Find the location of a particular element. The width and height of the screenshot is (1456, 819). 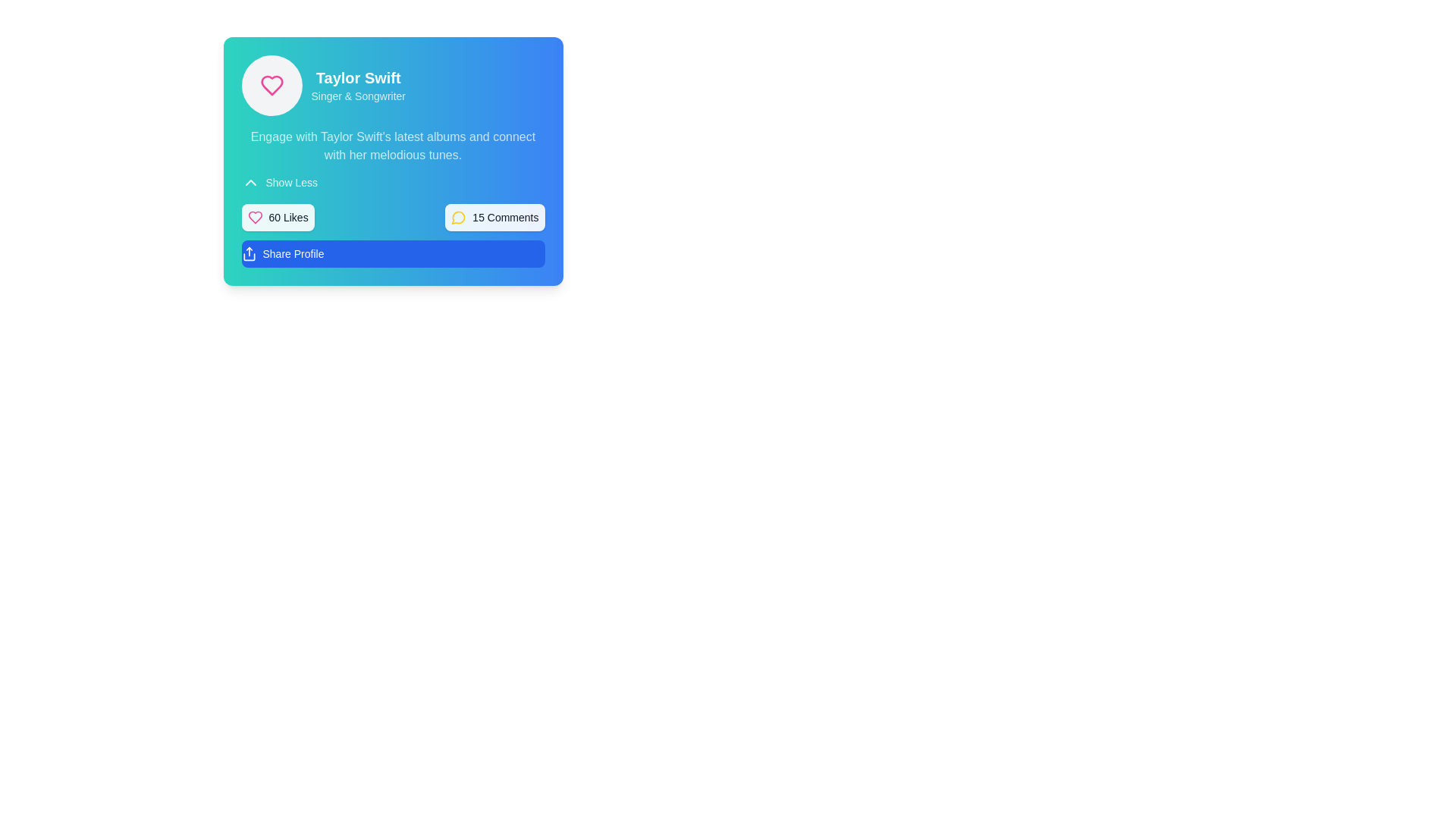

the heart icon located to the left of the '60 Likes' text is located at coordinates (255, 217).